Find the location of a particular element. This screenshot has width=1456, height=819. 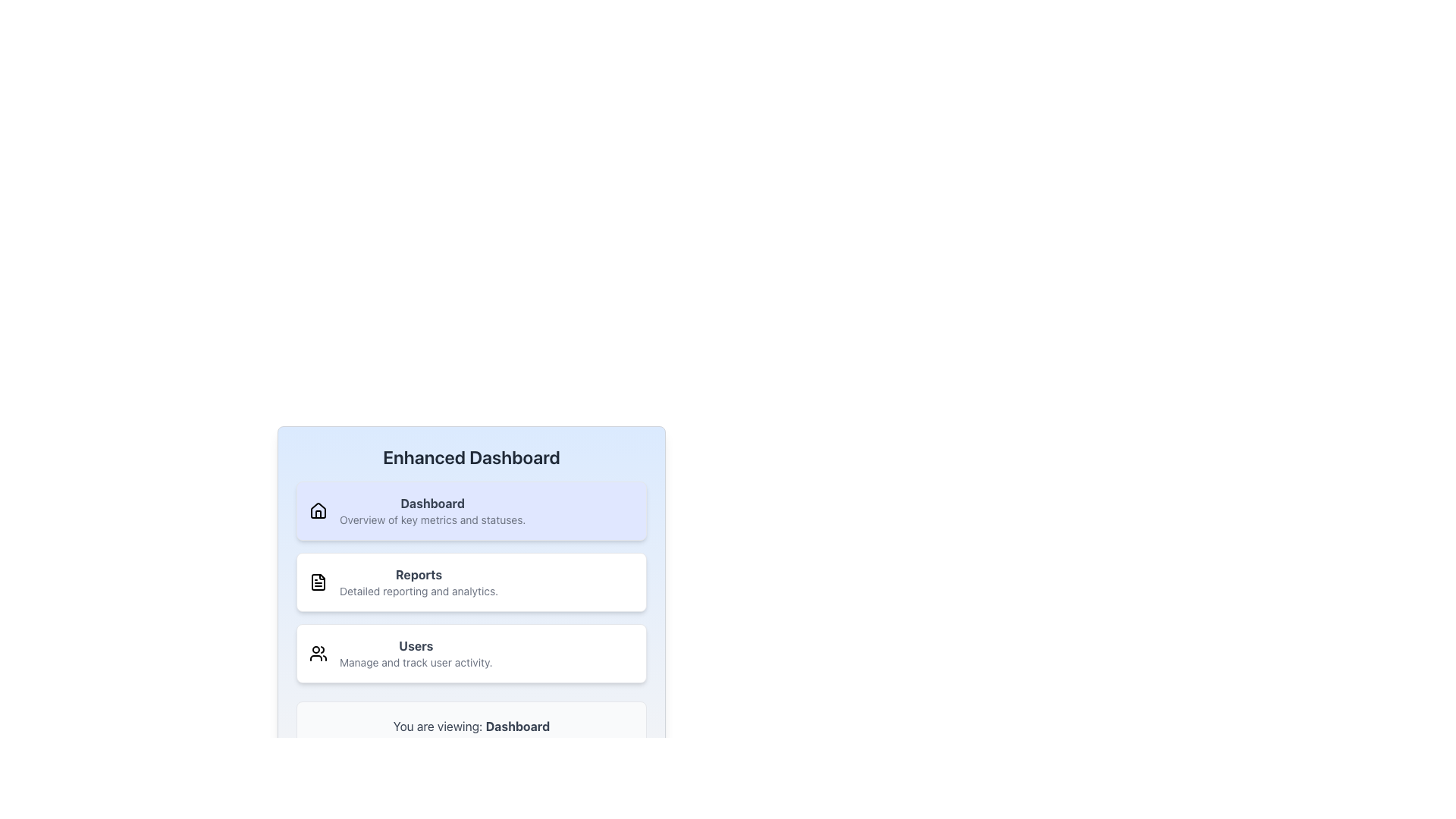

the 'Users' card which is the third item in a vertically stacked group of cards is located at coordinates (471, 652).